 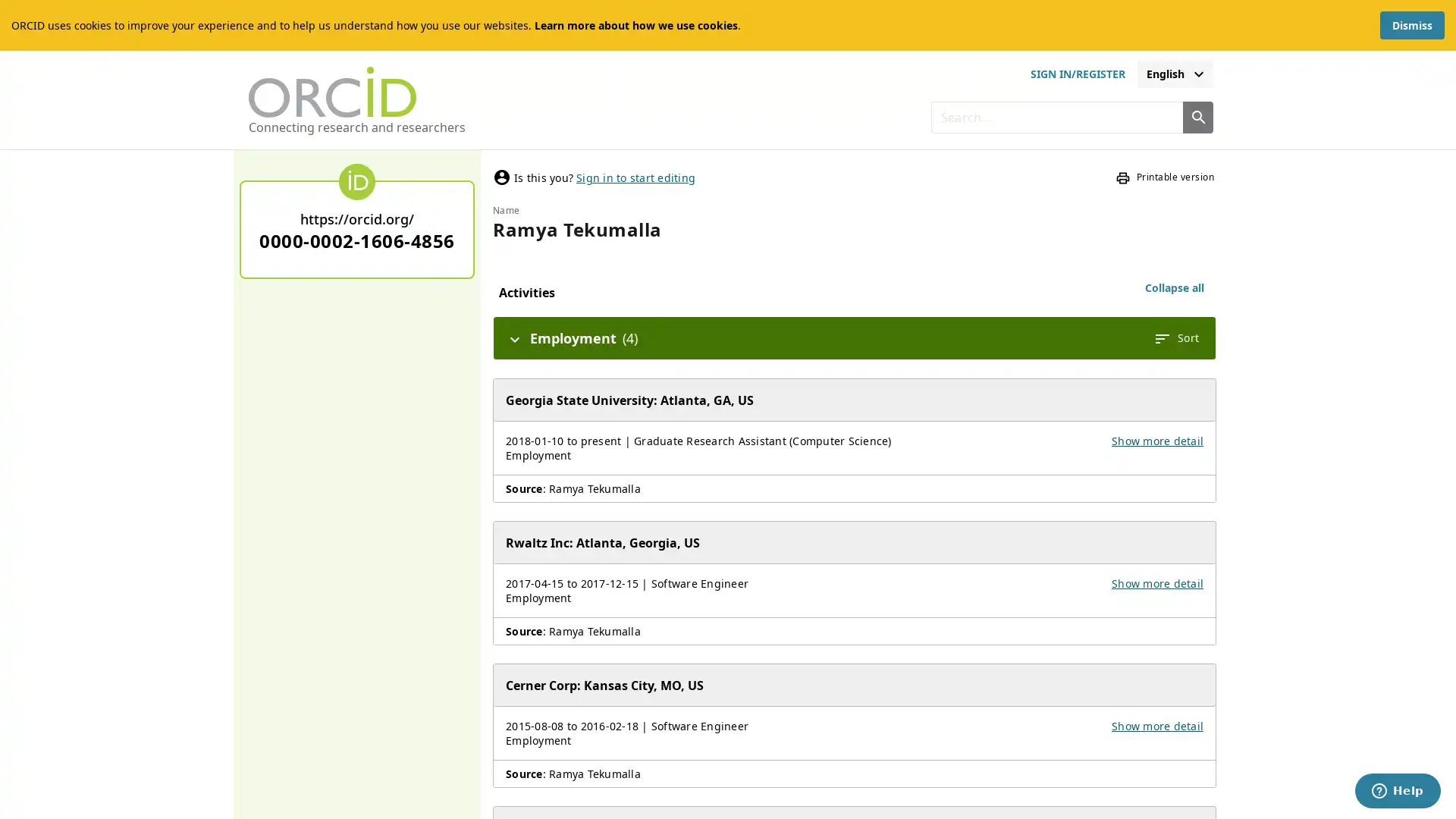 What do you see at coordinates (1156, 441) in the screenshot?
I see `Show more detail` at bounding box center [1156, 441].